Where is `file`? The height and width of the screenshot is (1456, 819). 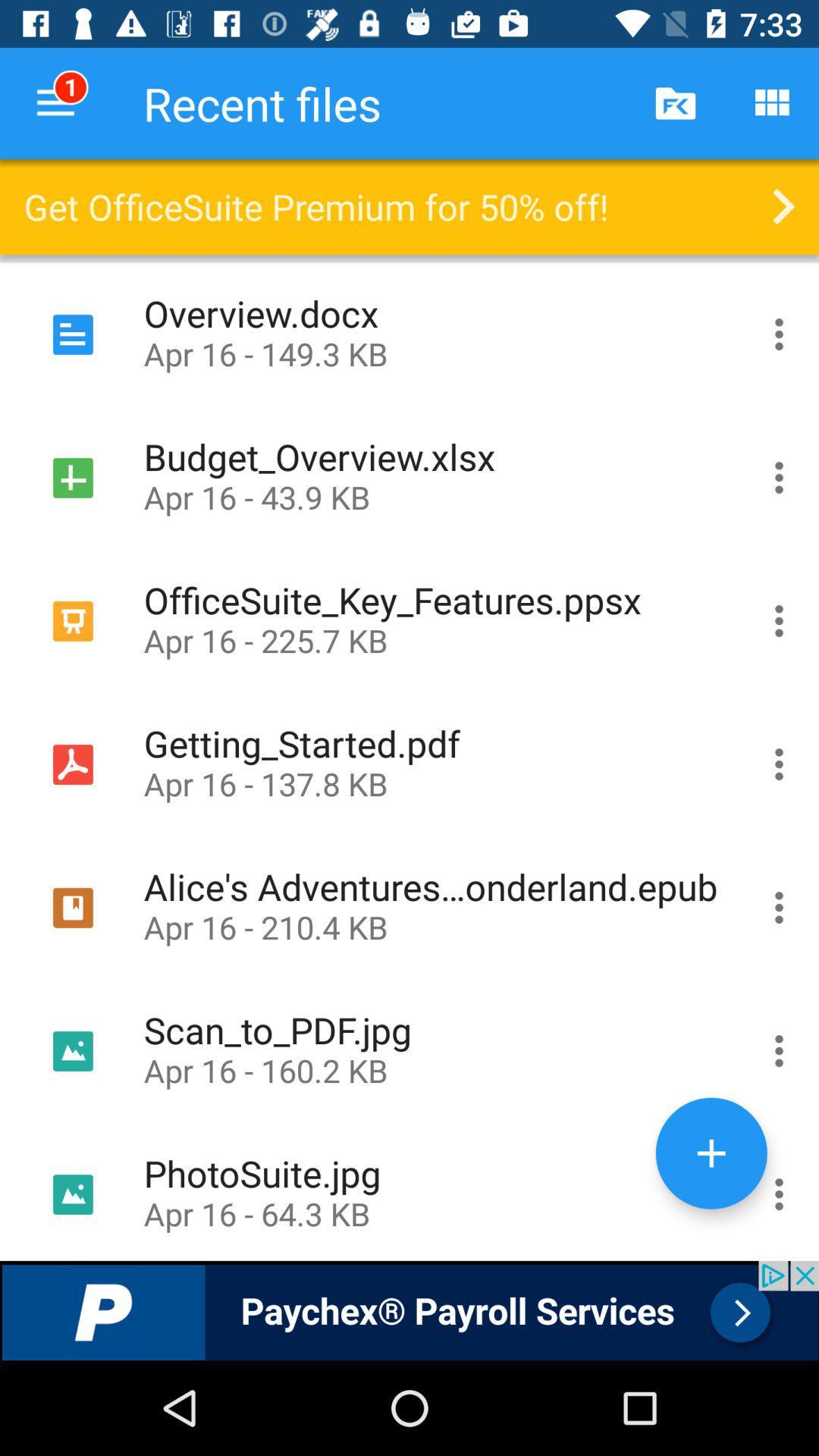
file is located at coordinates (779, 1191).